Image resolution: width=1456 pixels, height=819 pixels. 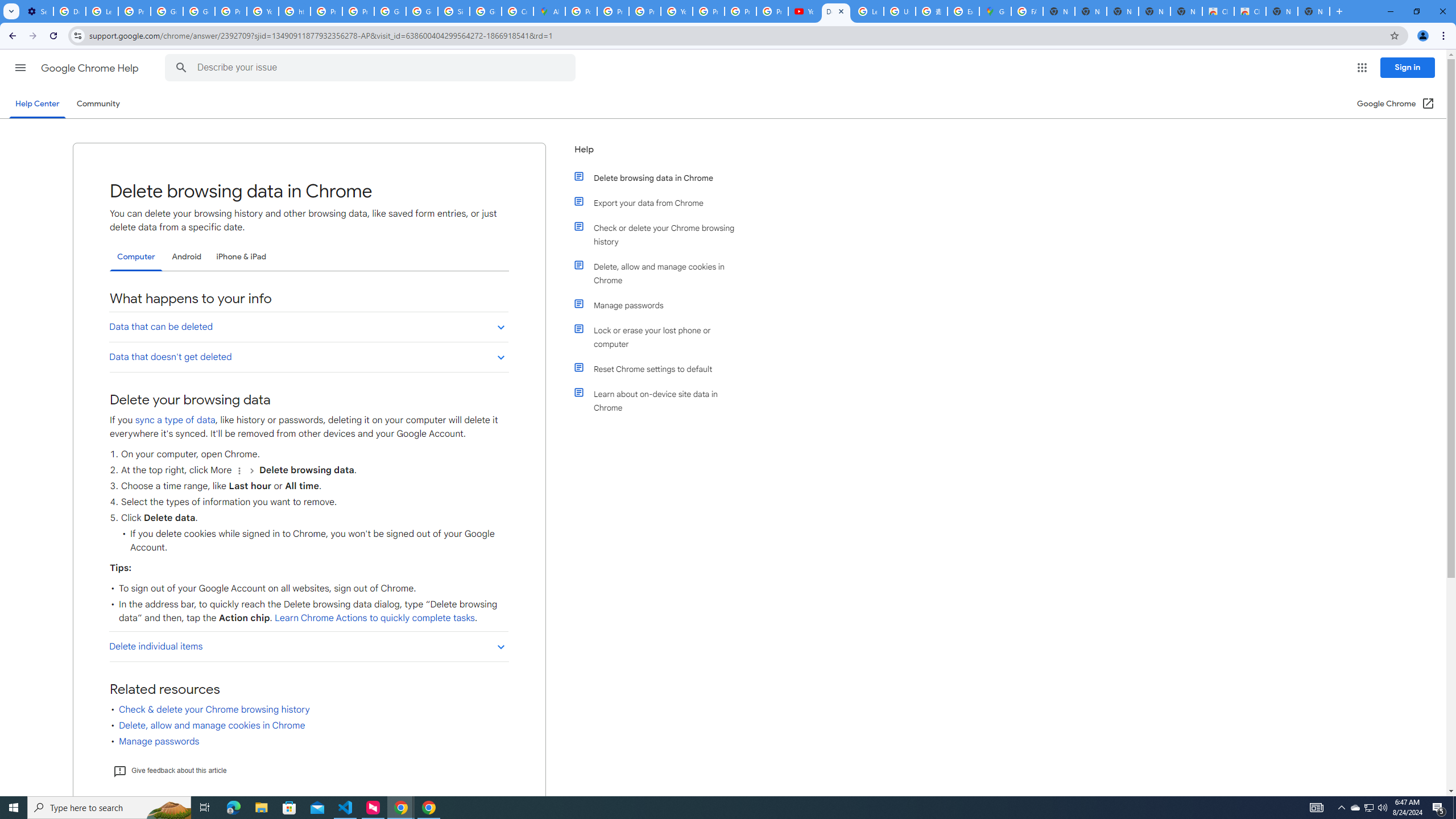 What do you see at coordinates (136, 257) in the screenshot?
I see `'Computer'` at bounding box center [136, 257].